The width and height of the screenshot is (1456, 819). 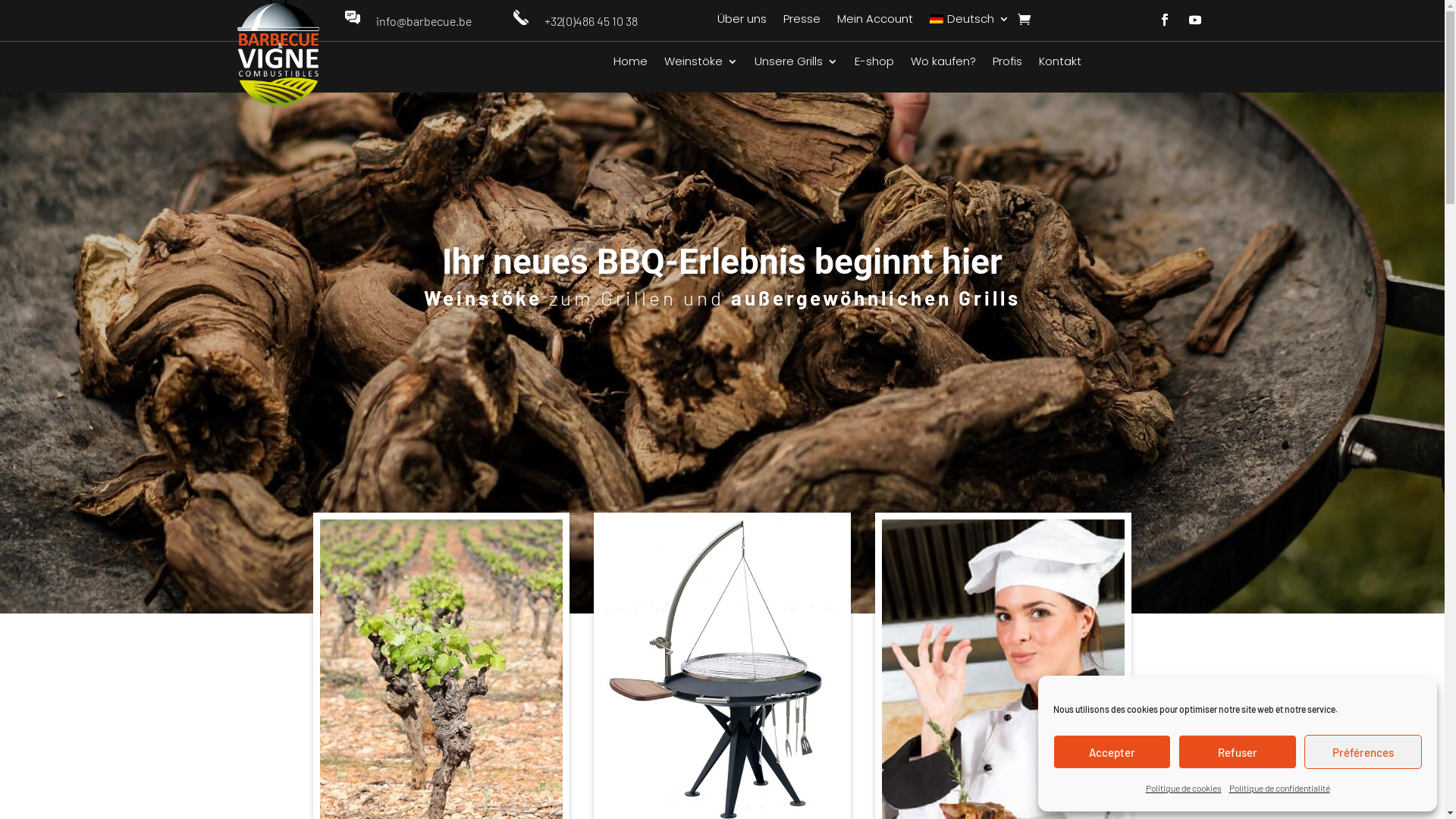 What do you see at coordinates (590, 20) in the screenshot?
I see `'+32(0)486 45 10 38'` at bounding box center [590, 20].